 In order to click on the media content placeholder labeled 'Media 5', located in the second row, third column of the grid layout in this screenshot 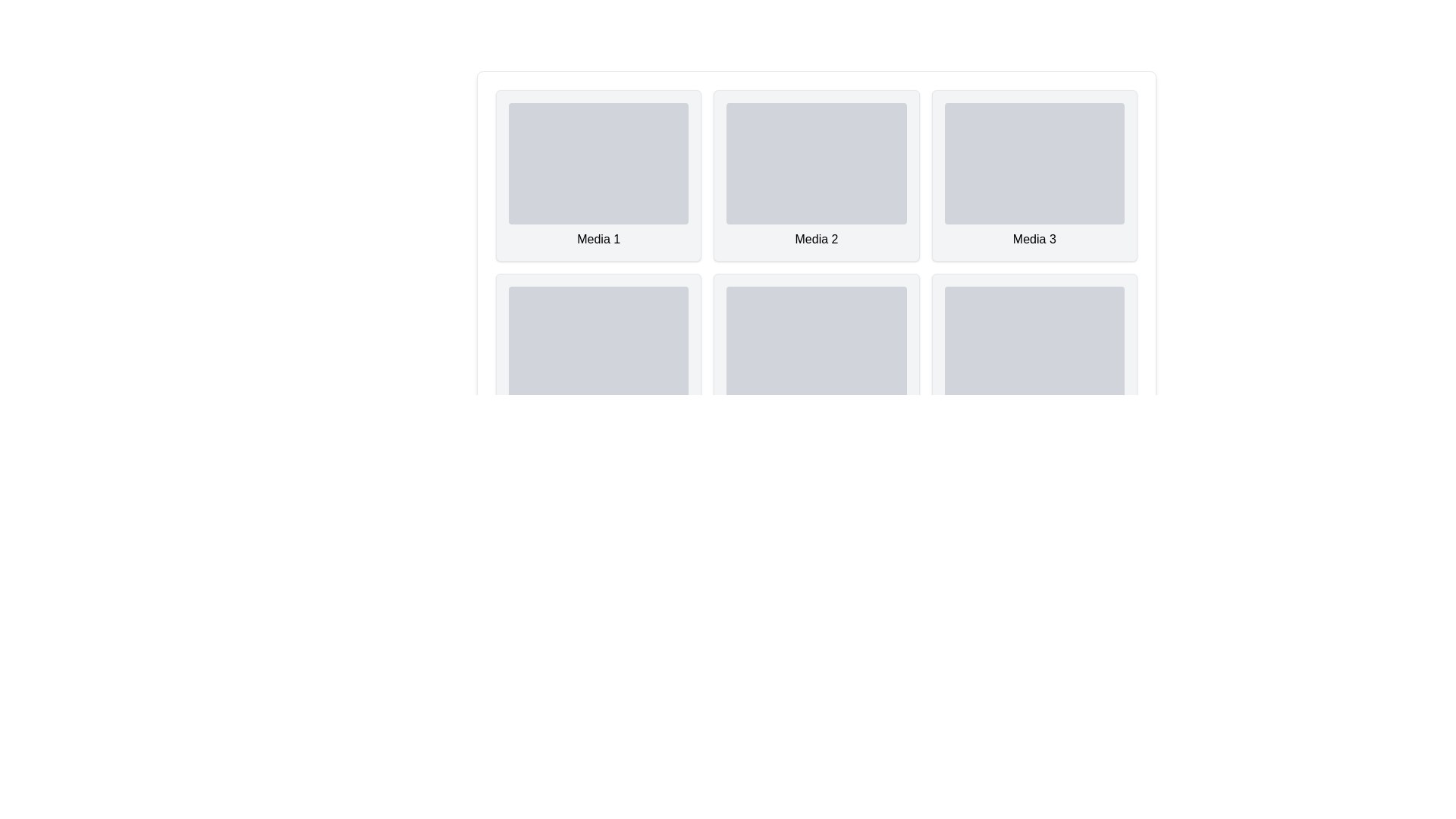, I will do `click(814, 347)`.